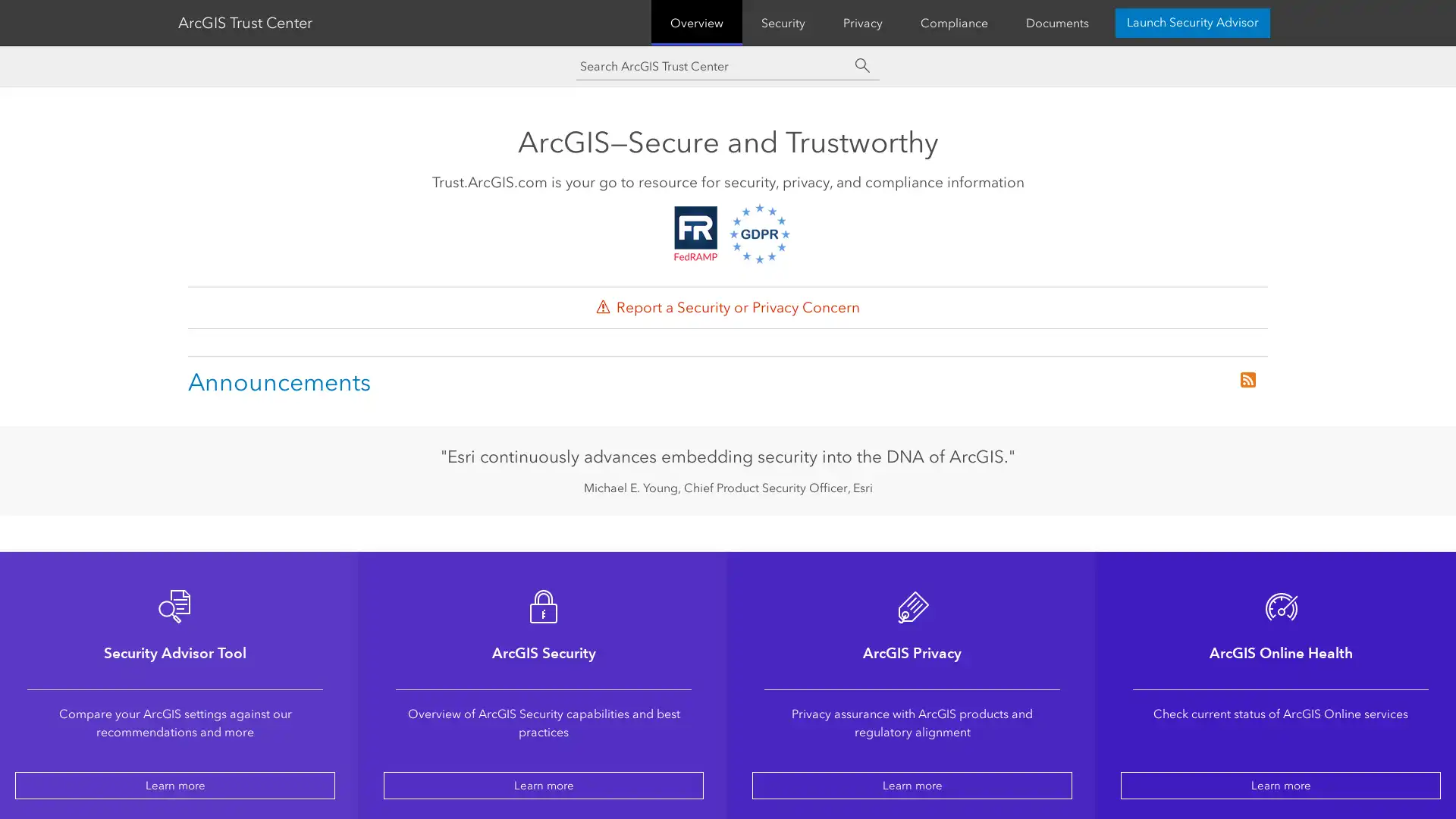 The width and height of the screenshot is (1456, 819). What do you see at coordinates (586, 20) in the screenshot?
I see `Stories` at bounding box center [586, 20].